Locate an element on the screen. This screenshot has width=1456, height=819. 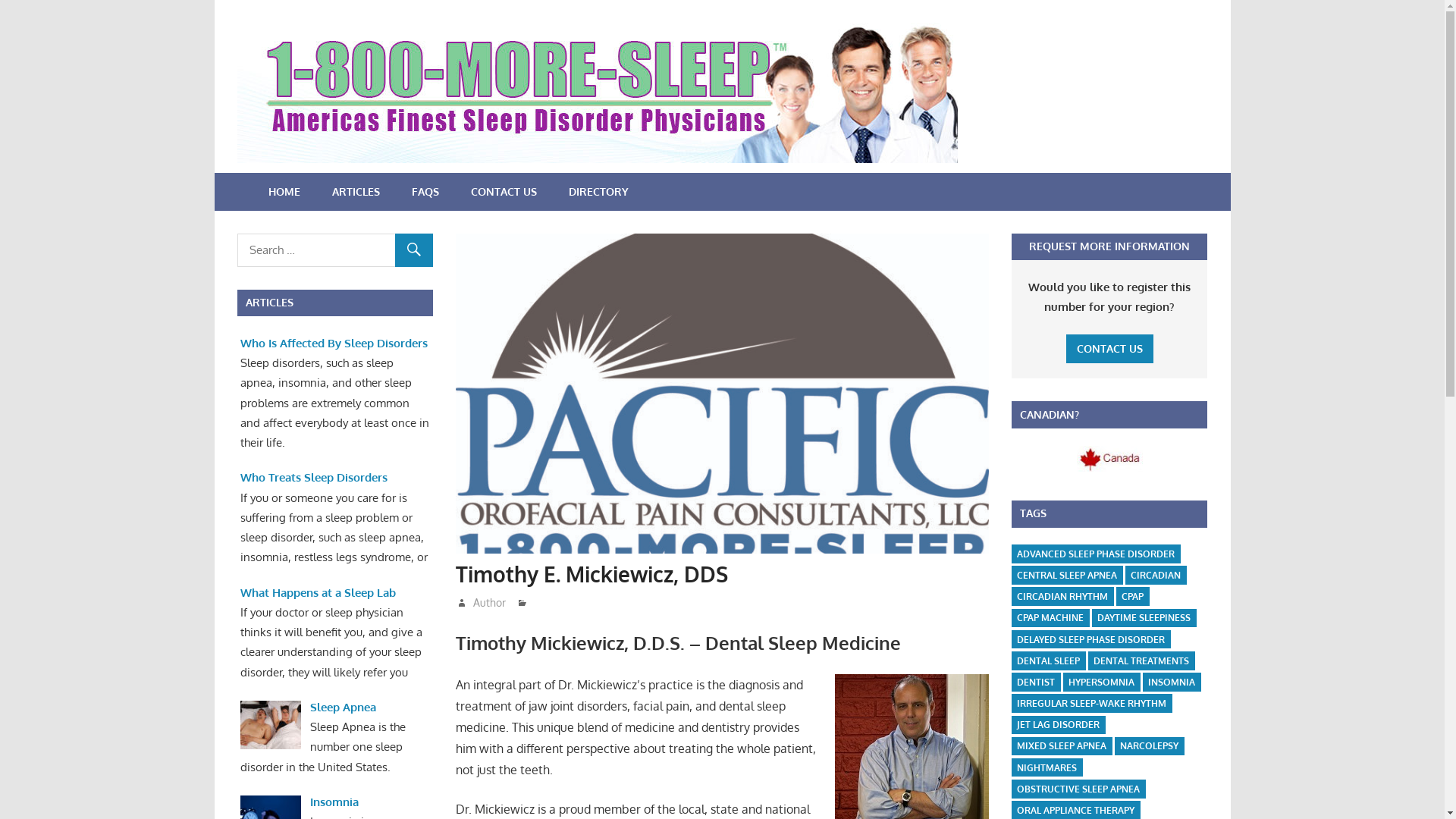
'IRREGULAR SLEEP-WAKE RHYTHM' is located at coordinates (1012, 703).